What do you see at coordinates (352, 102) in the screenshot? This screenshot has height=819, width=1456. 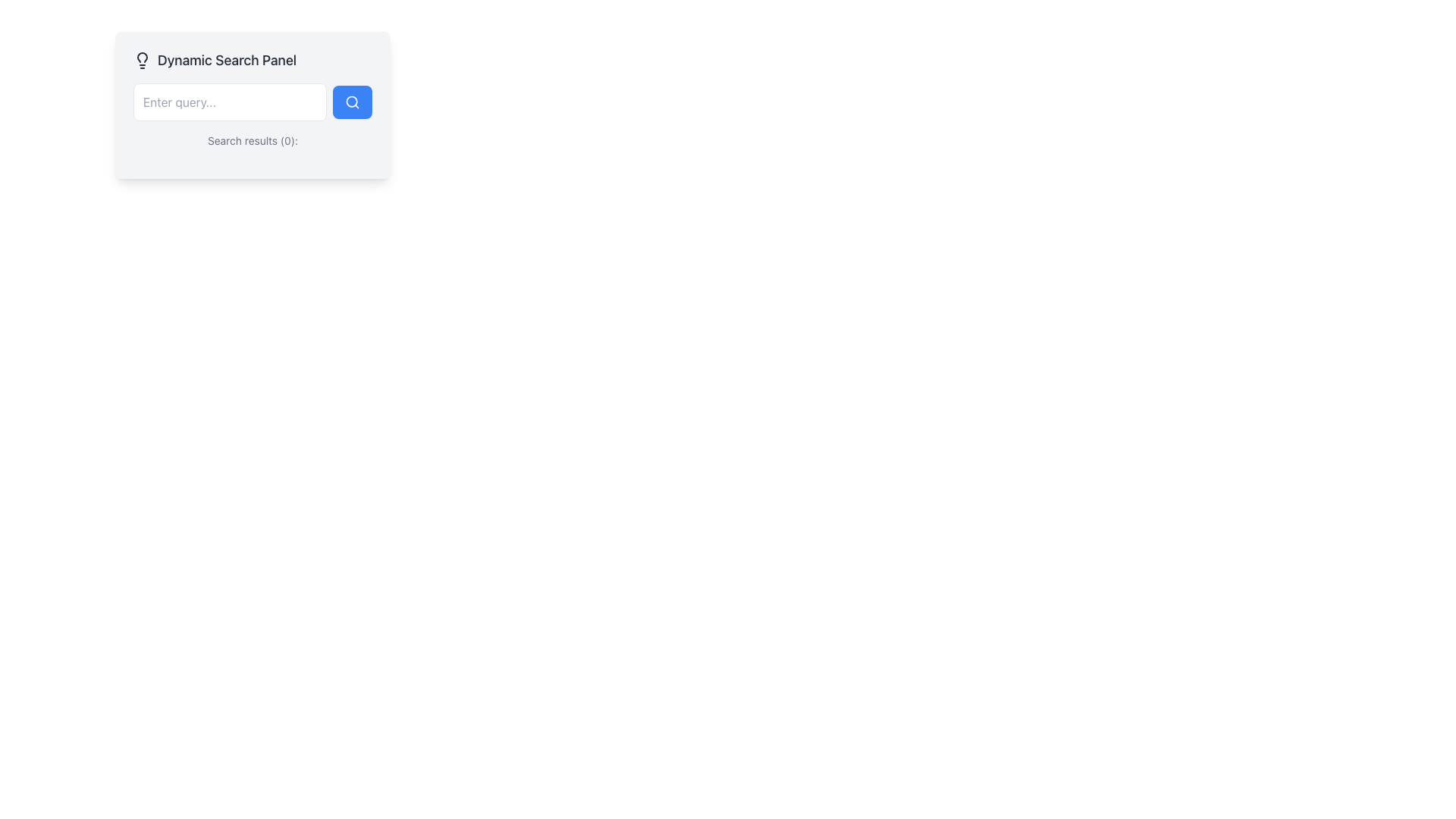 I see `the search button located immediately to the right of the input field labeled 'Enter query...'` at bounding box center [352, 102].